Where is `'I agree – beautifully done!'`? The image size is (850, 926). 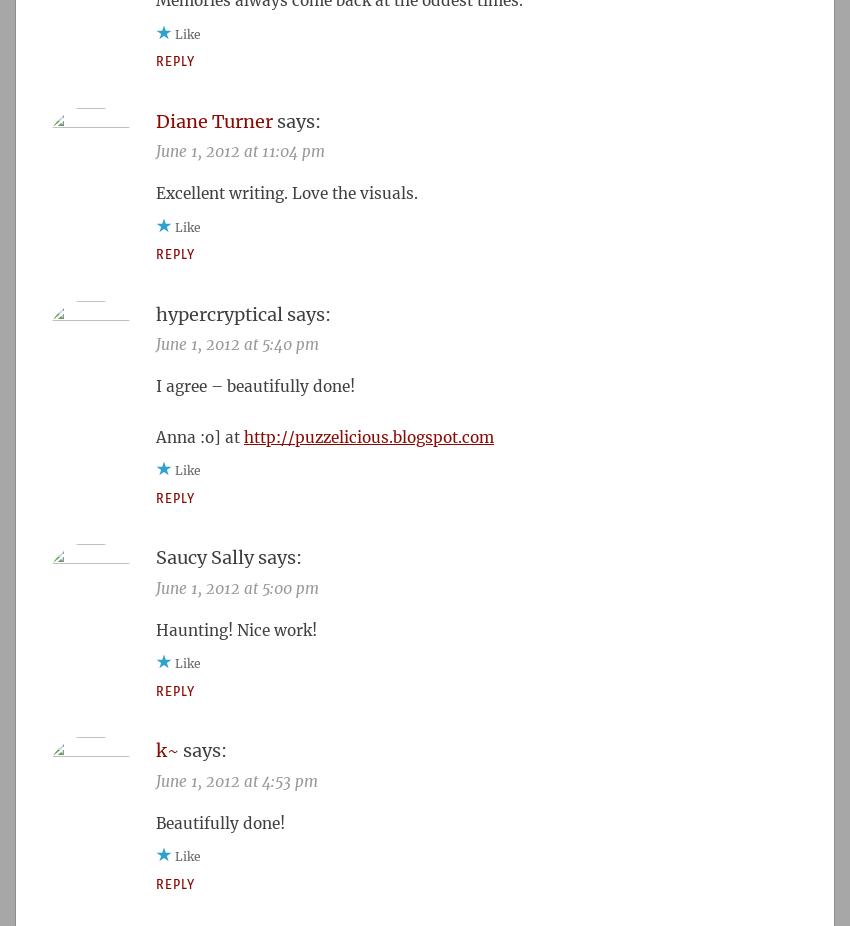
'I agree – beautifully done!' is located at coordinates (255, 386).